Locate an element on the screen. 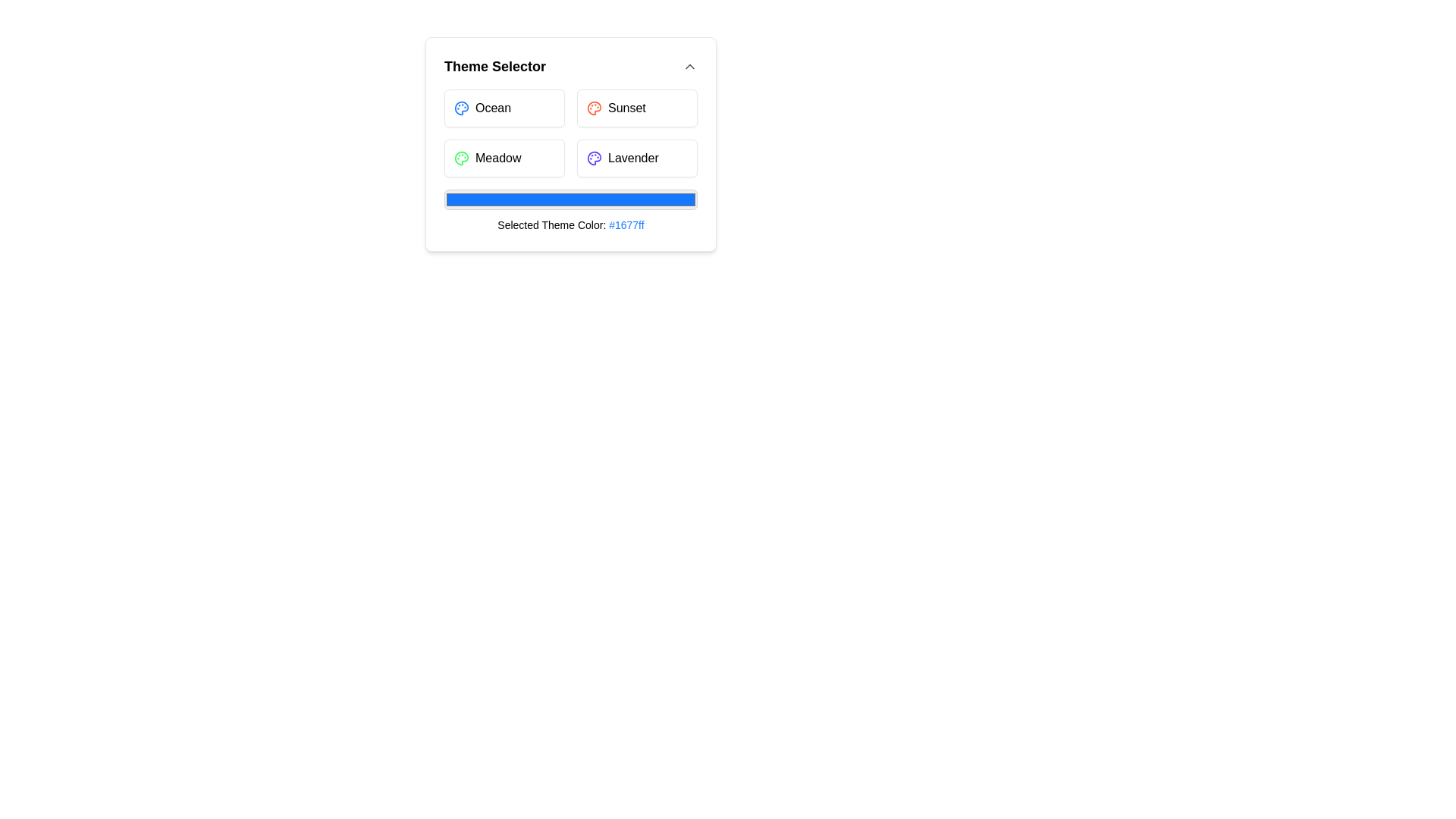 This screenshot has height=819, width=1456. the 'Sunset' theme option icon located in the theme selection interface, which is the second button in the top row of four options is located at coordinates (593, 107).